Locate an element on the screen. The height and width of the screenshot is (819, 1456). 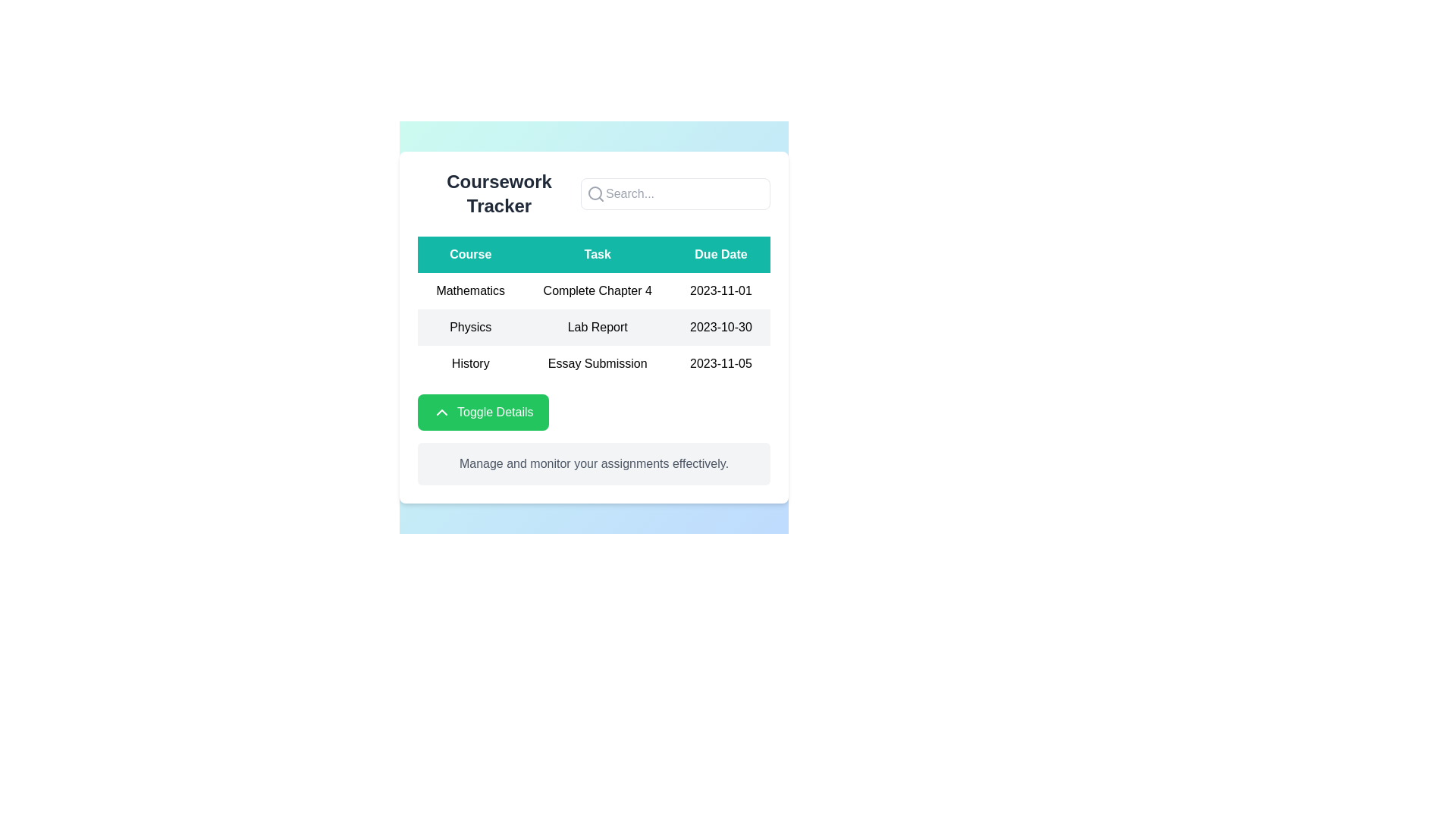
text '2023-11-01' in the 'Due Date' column of the table for the 'Mathematics' row is located at coordinates (720, 291).